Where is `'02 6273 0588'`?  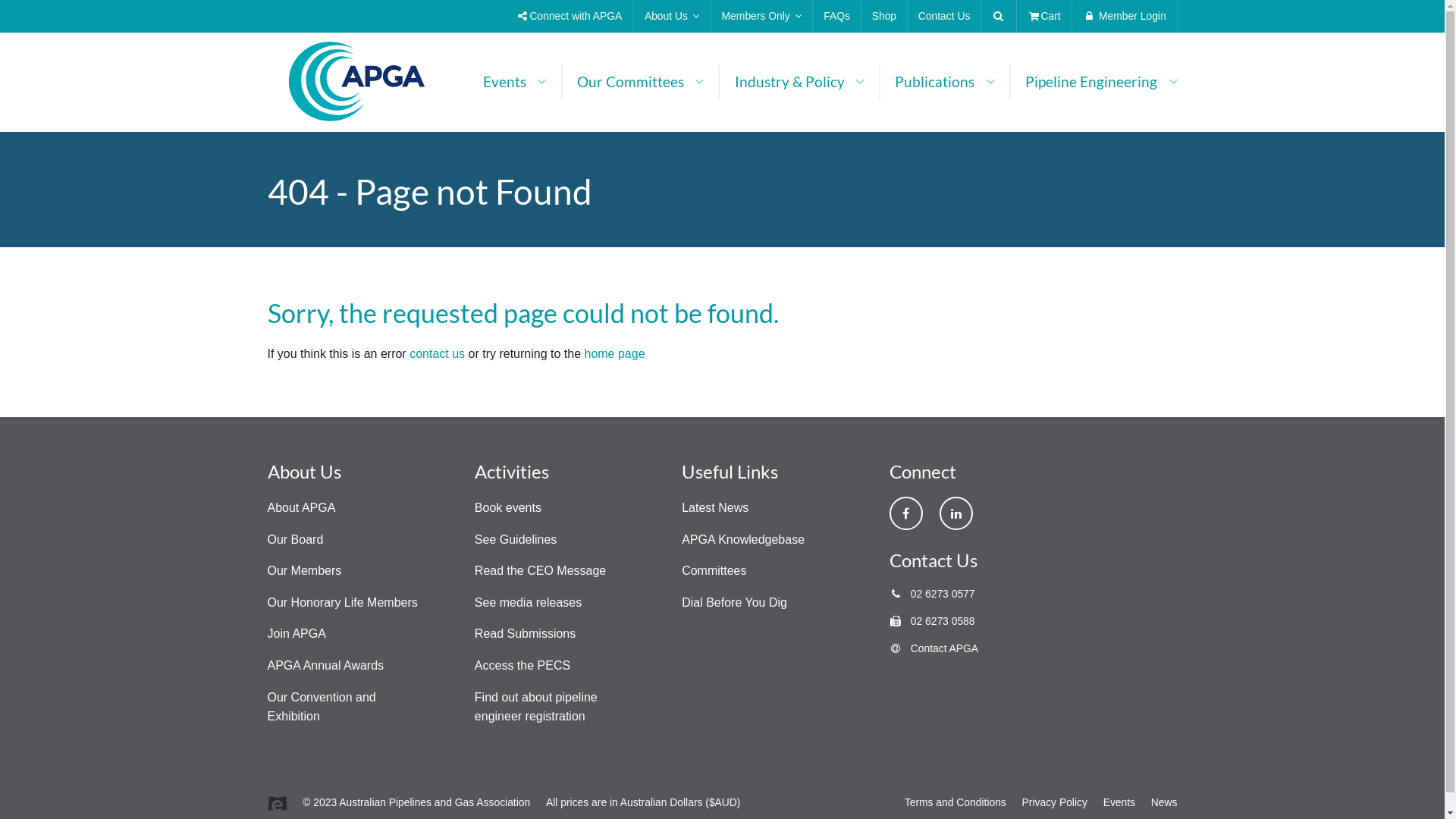
'02 6273 0588' is located at coordinates (930, 620).